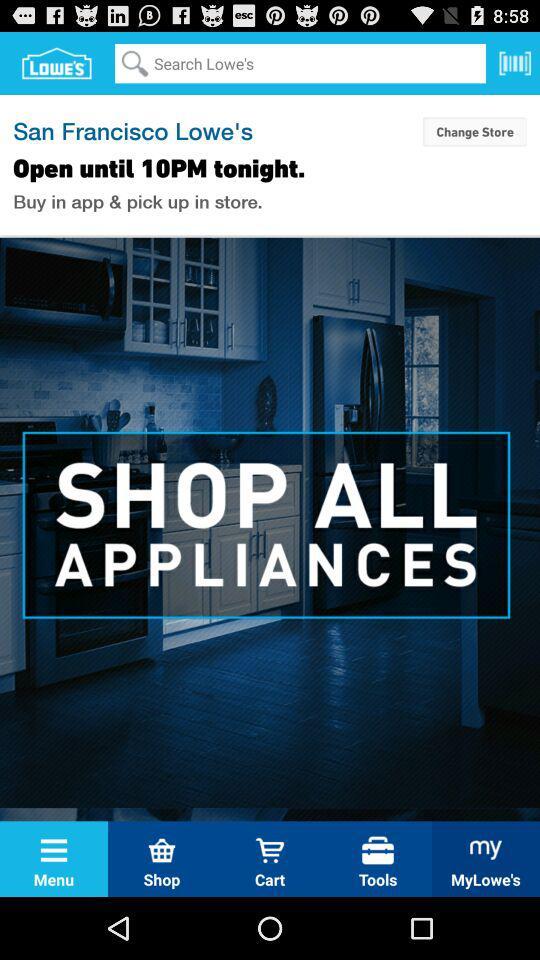 This screenshot has width=540, height=960. Describe the element at coordinates (473, 130) in the screenshot. I see `the change store` at that location.